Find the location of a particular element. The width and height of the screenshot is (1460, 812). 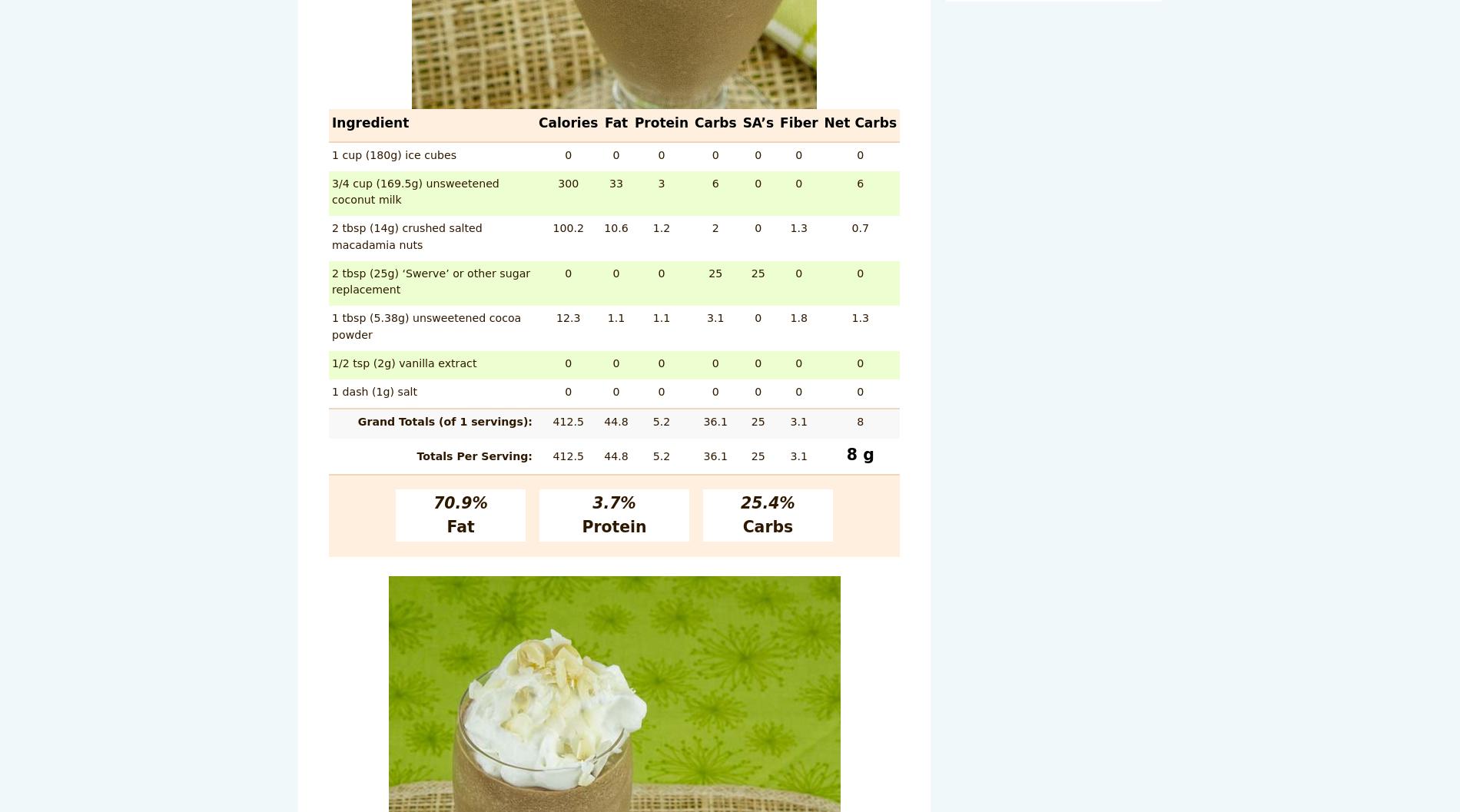

'Fiber' is located at coordinates (798, 123).